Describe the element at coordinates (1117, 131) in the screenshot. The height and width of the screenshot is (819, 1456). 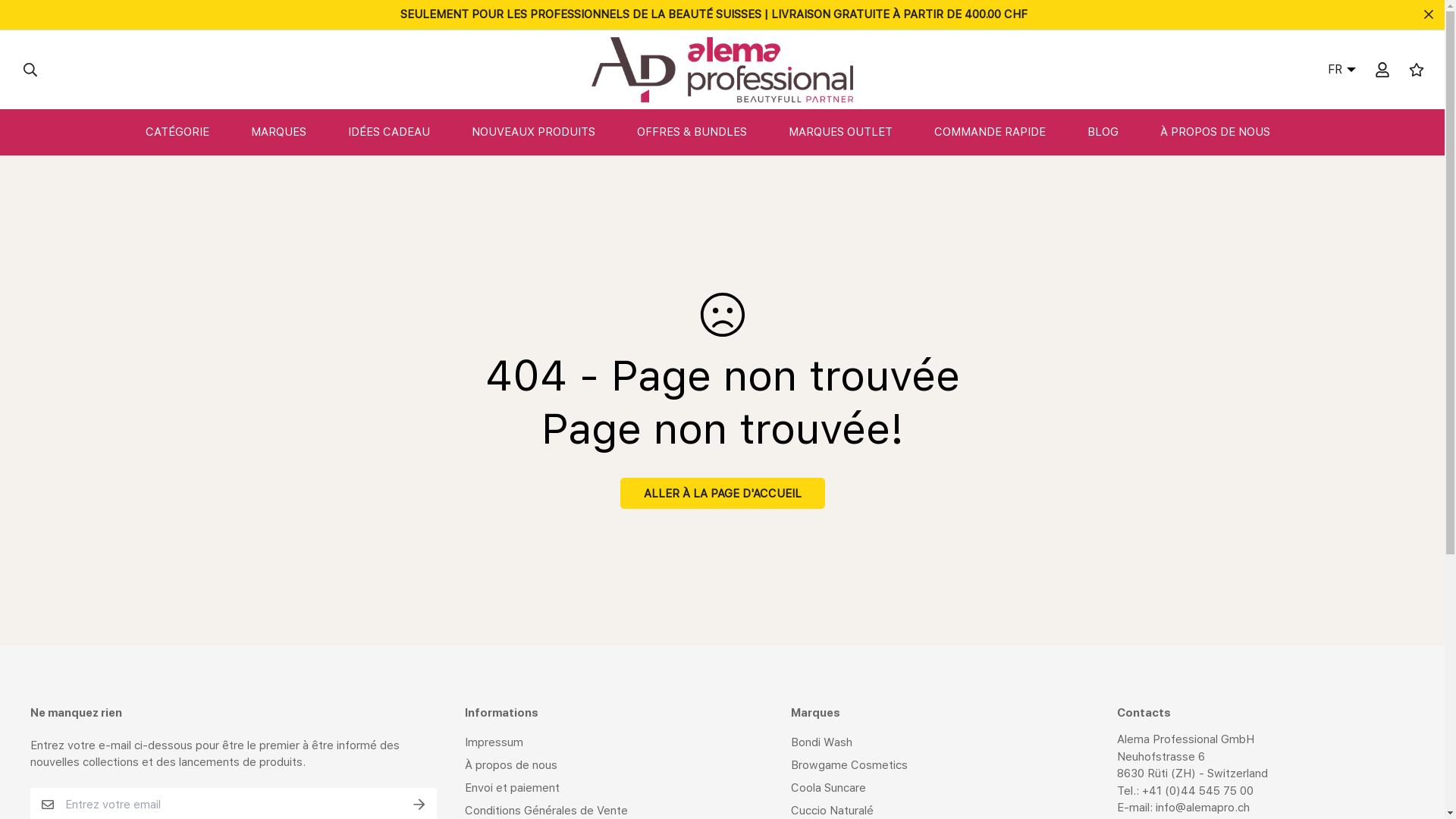
I see `'BLOG'` at that location.